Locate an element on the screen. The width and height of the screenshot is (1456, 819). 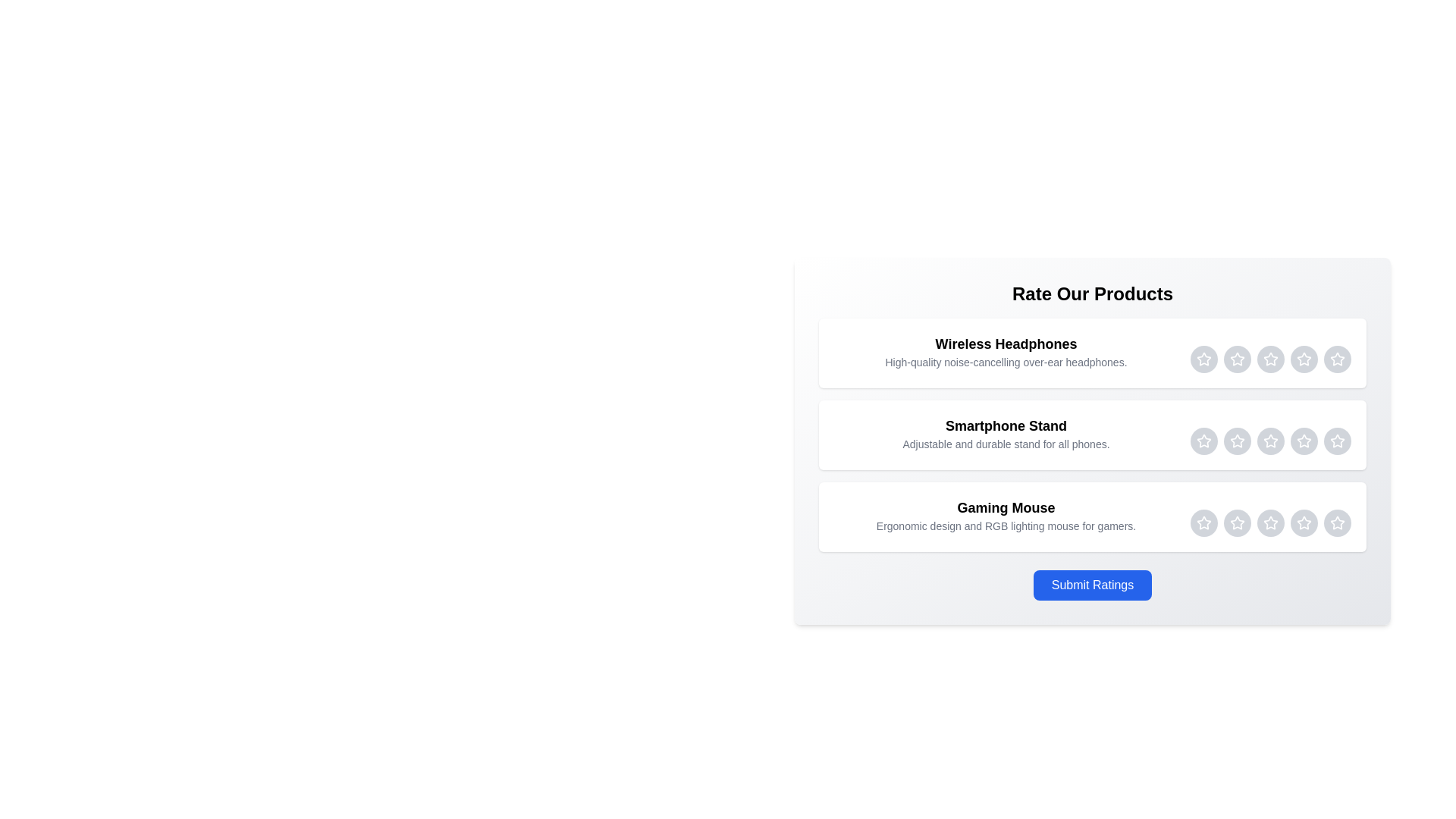
the Smartphone Stand rating star 1 is located at coordinates (1203, 441).